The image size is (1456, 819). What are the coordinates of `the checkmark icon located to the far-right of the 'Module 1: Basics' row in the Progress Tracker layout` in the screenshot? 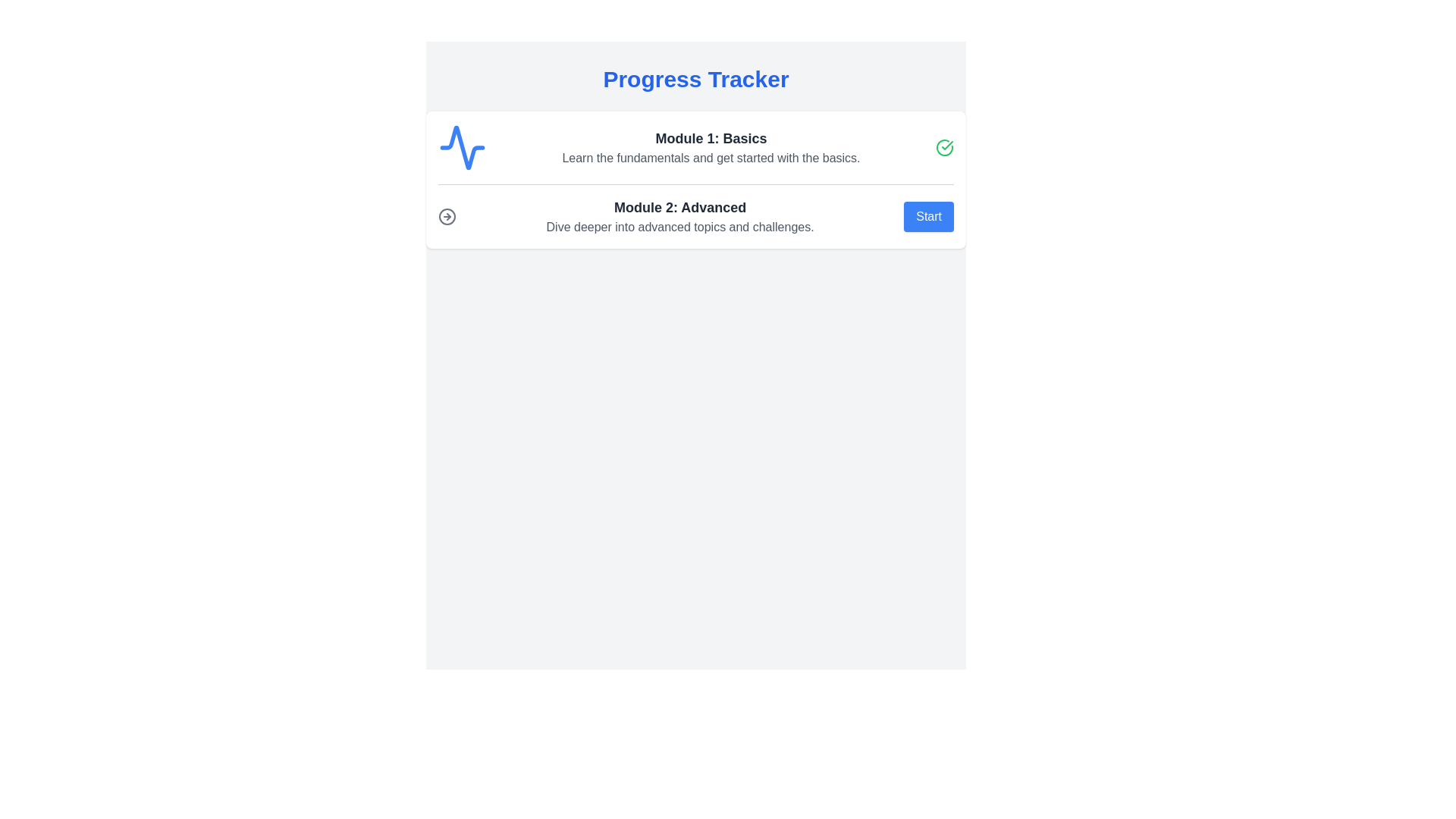 It's located at (944, 148).